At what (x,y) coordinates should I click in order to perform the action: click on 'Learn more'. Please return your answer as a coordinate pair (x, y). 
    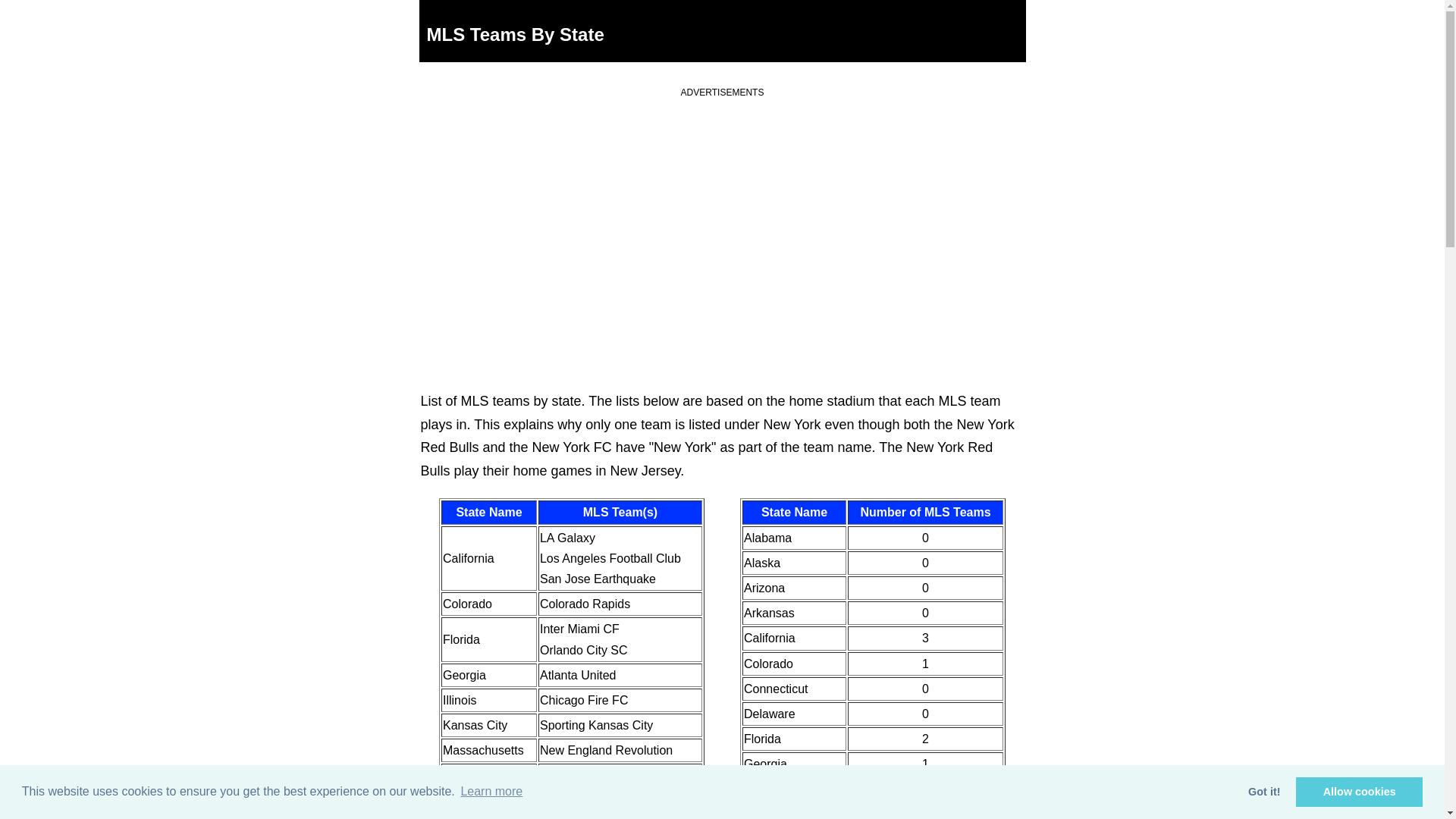
    Looking at the image, I should click on (457, 791).